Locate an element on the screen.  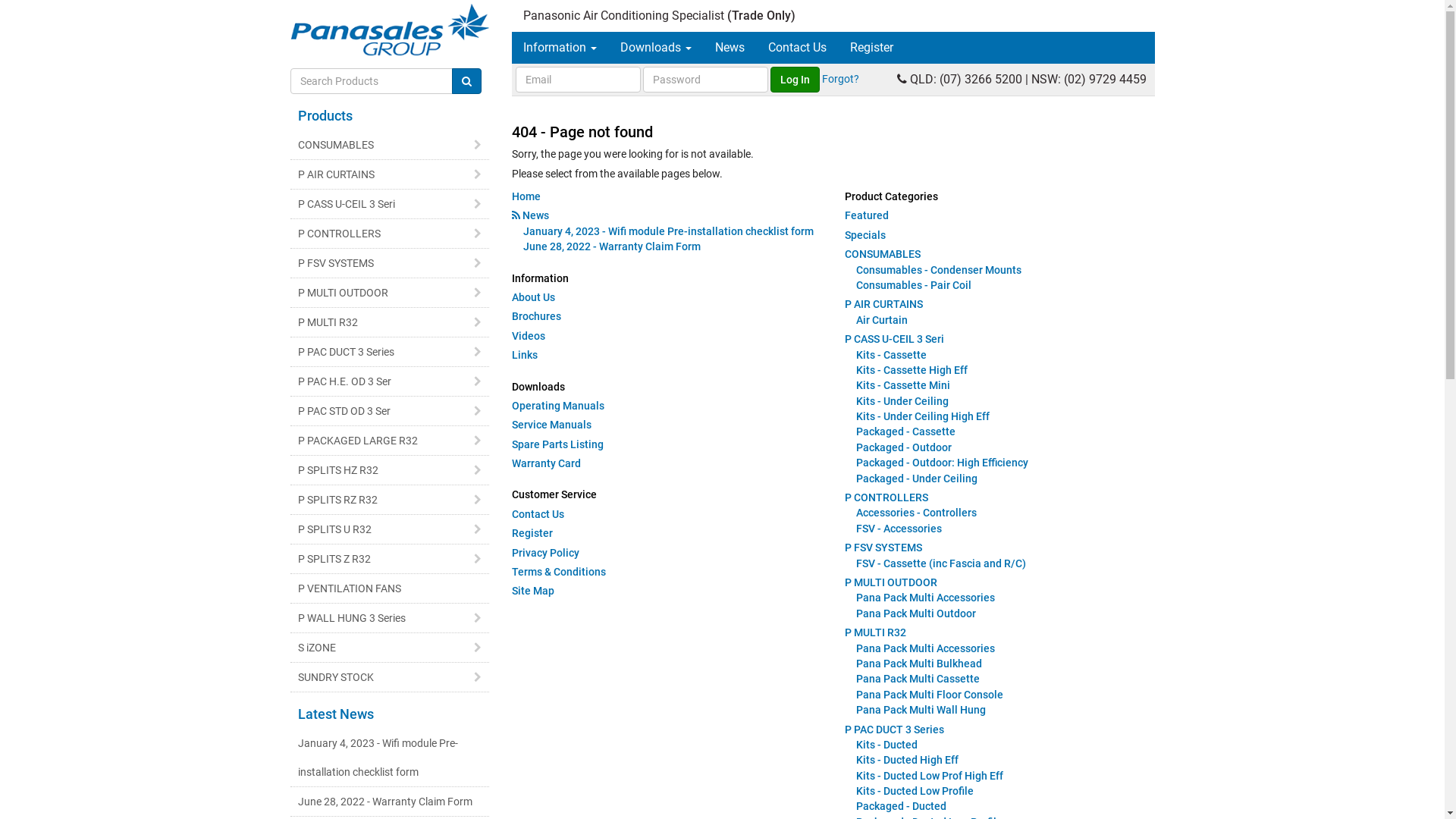
'CONSUMABLES' is located at coordinates (290, 145).